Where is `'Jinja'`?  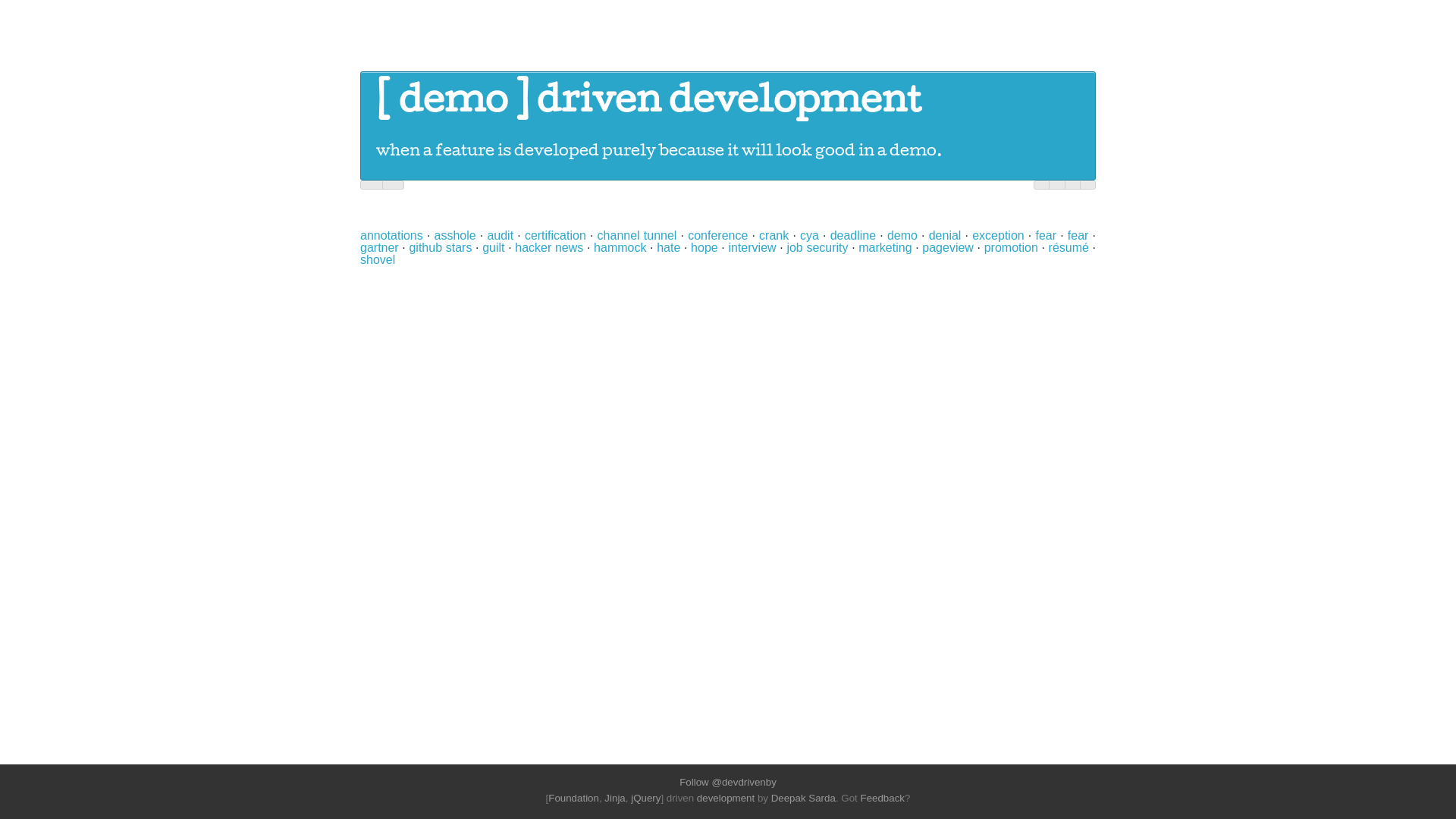
'Jinja' is located at coordinates (614, 797).